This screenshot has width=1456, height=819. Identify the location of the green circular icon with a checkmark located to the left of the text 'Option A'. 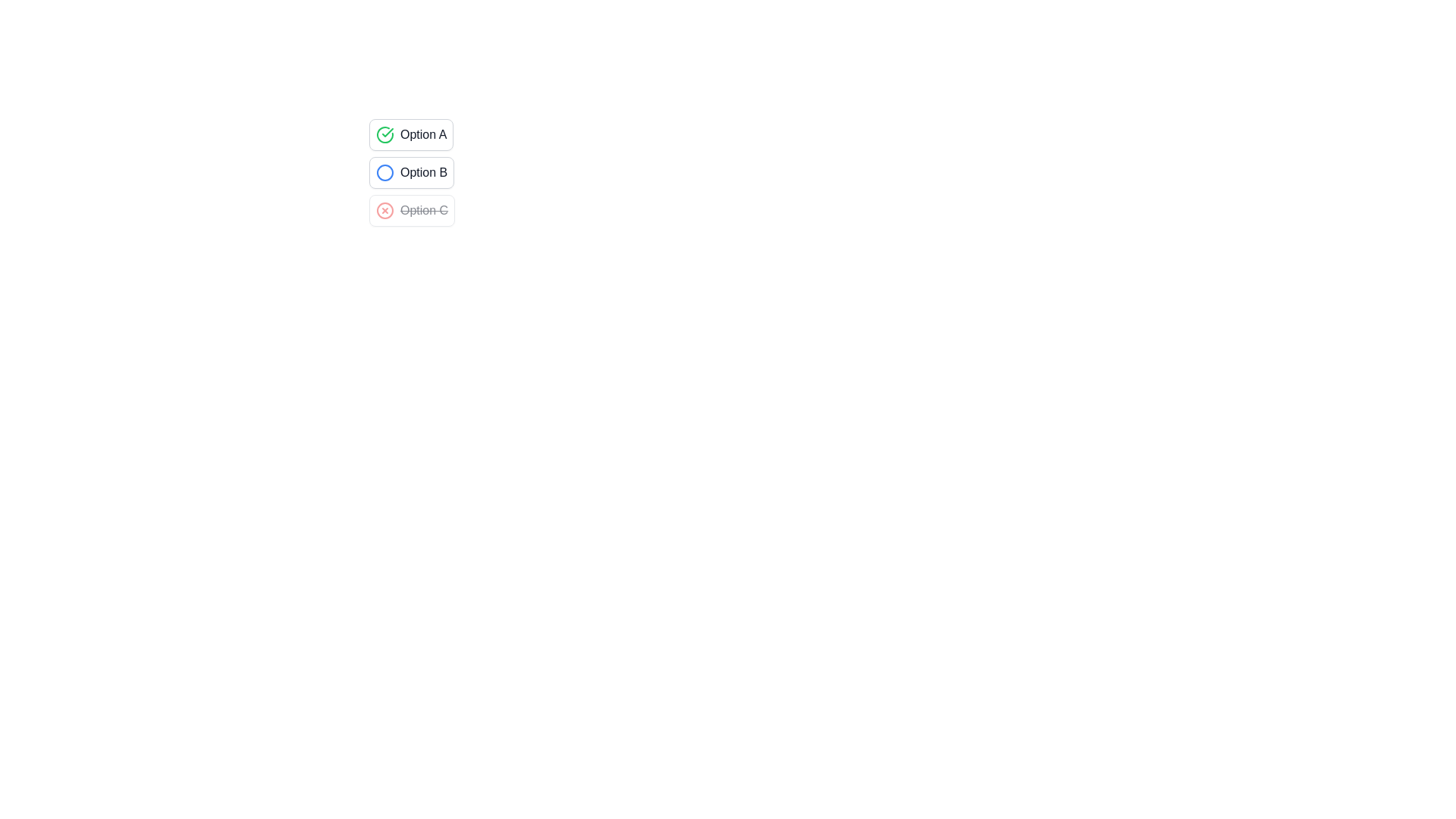
(385, 133).